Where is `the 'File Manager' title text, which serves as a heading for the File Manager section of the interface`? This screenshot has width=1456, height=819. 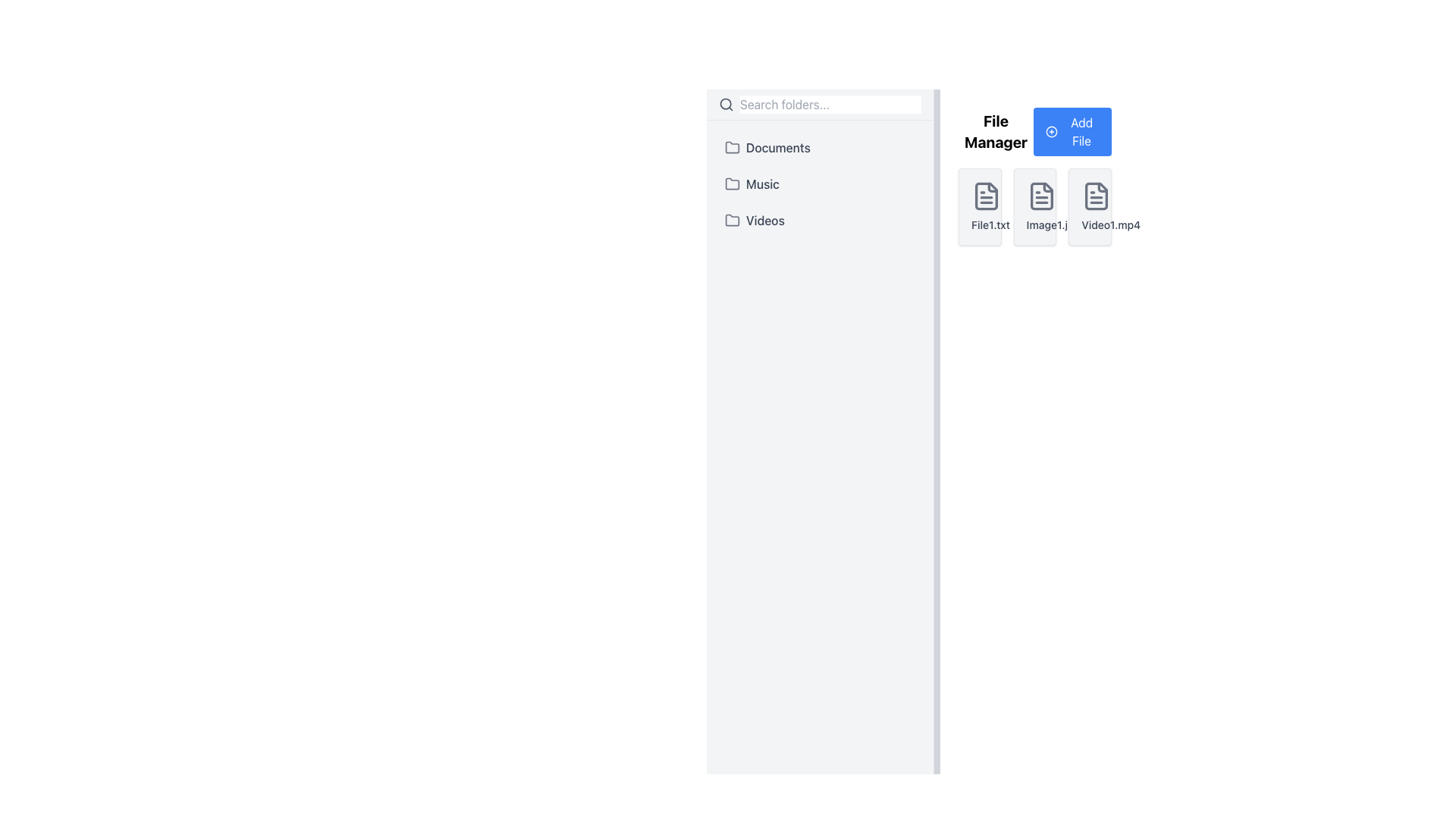 the 'File Manager' title text, which serves as a heading for the File Manager section of the interface is located at coordinates (996, 130).